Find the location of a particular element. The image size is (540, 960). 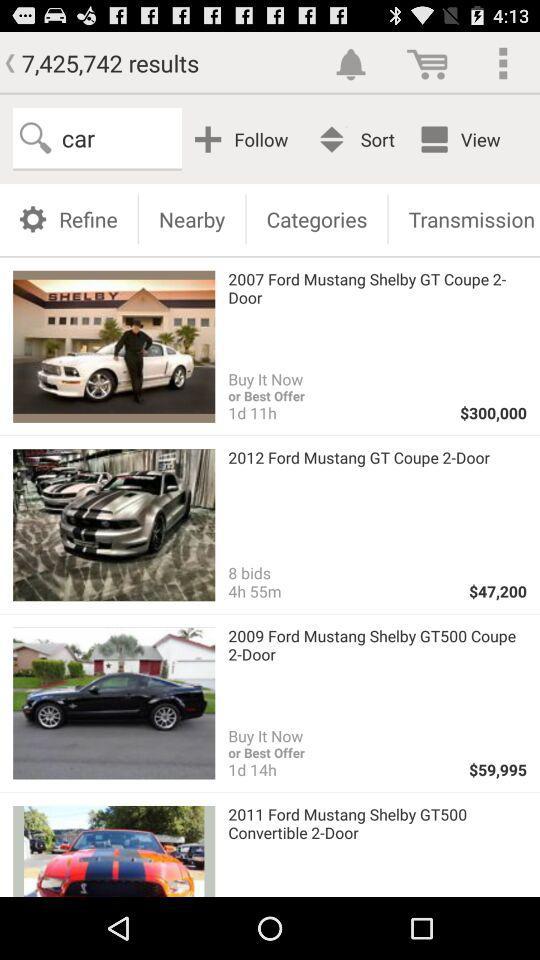

the icon above 2007 ford mustang item is located at coordinates (464, 218).